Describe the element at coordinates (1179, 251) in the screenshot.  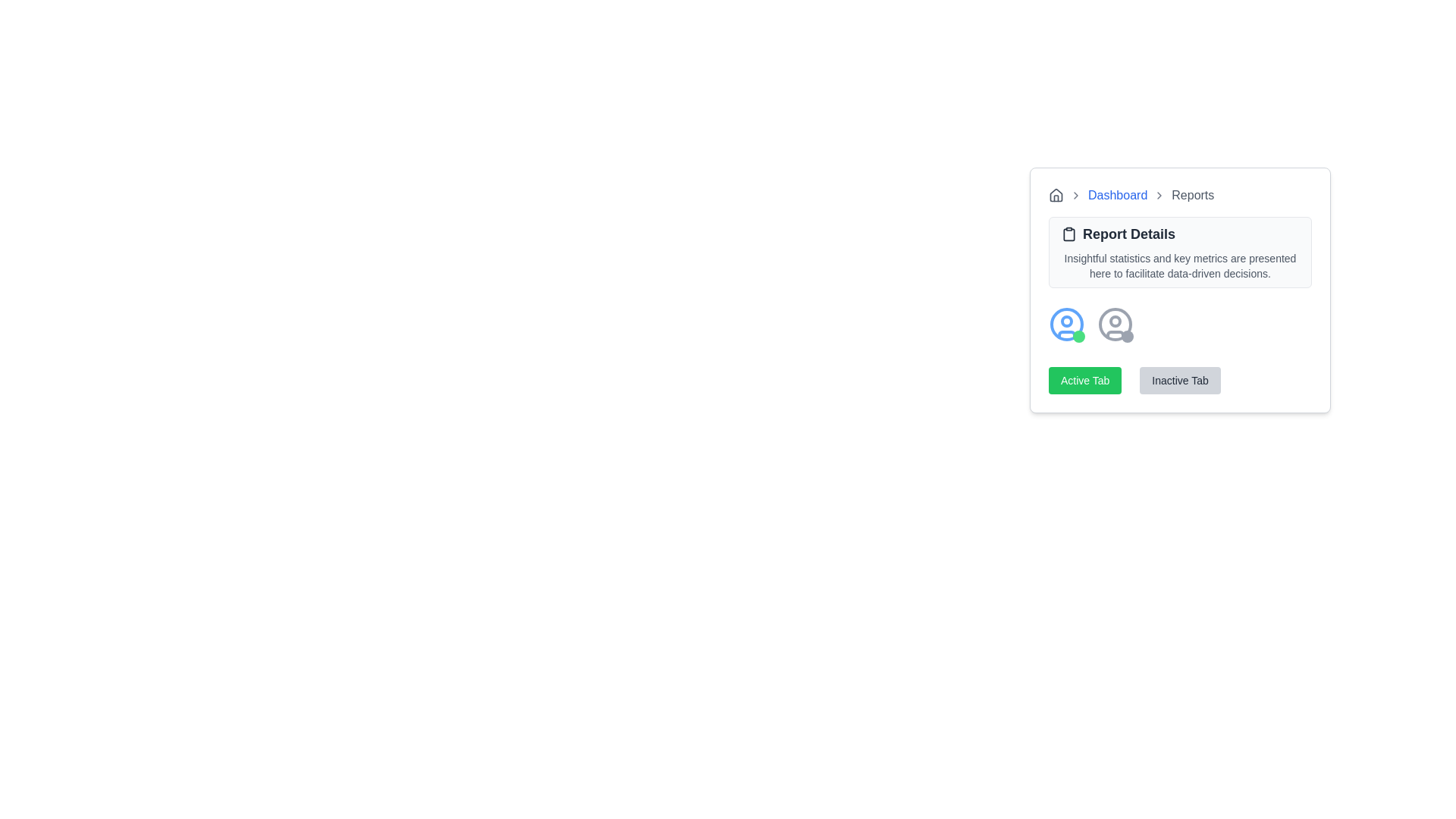
I see `the informational card located below the breadcrumb navigation ('Dashboard > Reports') and above the 'Active Tab' and 'Inactive Tab' buttons in the centered dashboard section` at that location.